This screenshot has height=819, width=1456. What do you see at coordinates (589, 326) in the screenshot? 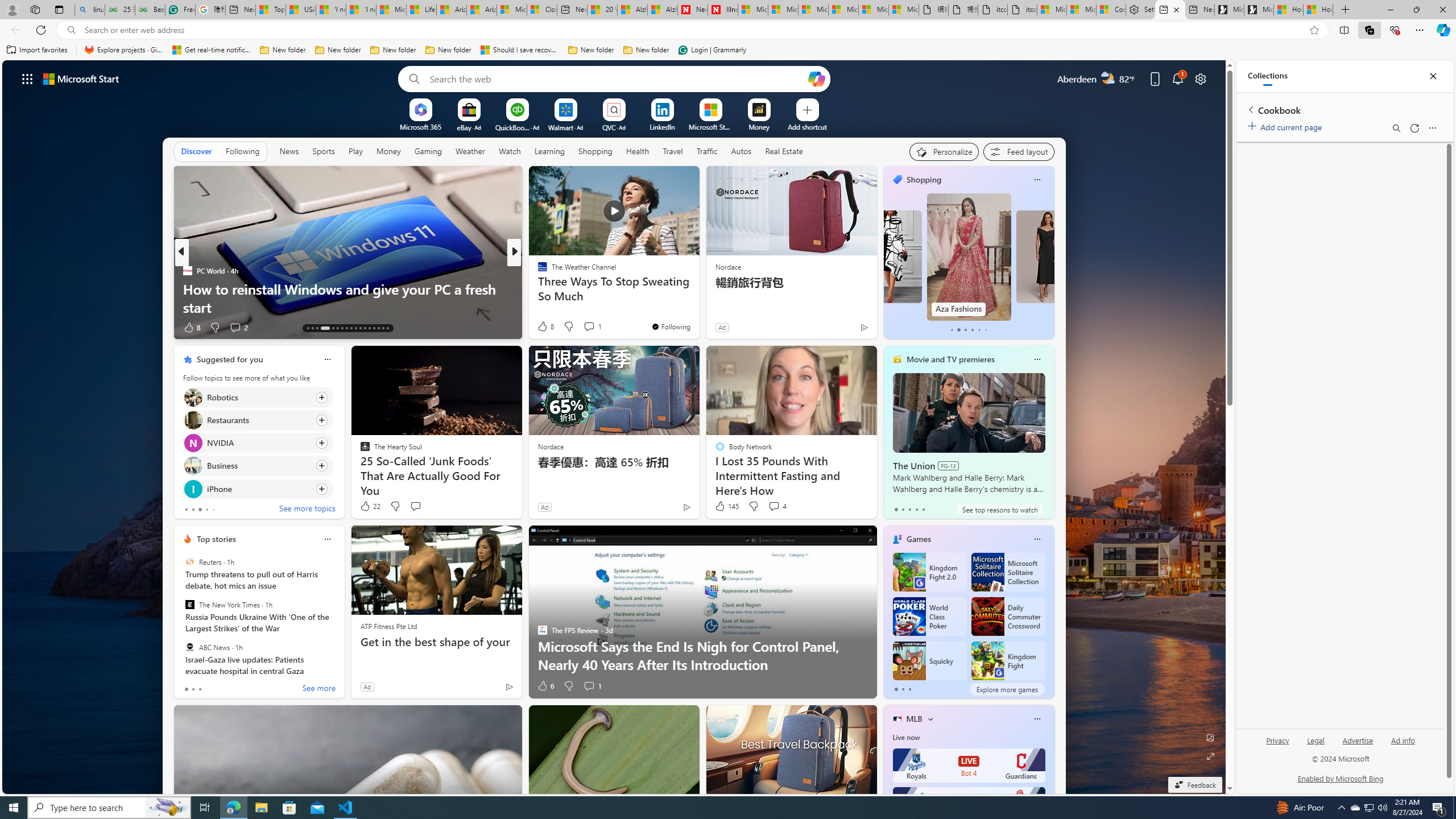
I see `'View comments 319 Comment'` at bounding box center [589, 326].